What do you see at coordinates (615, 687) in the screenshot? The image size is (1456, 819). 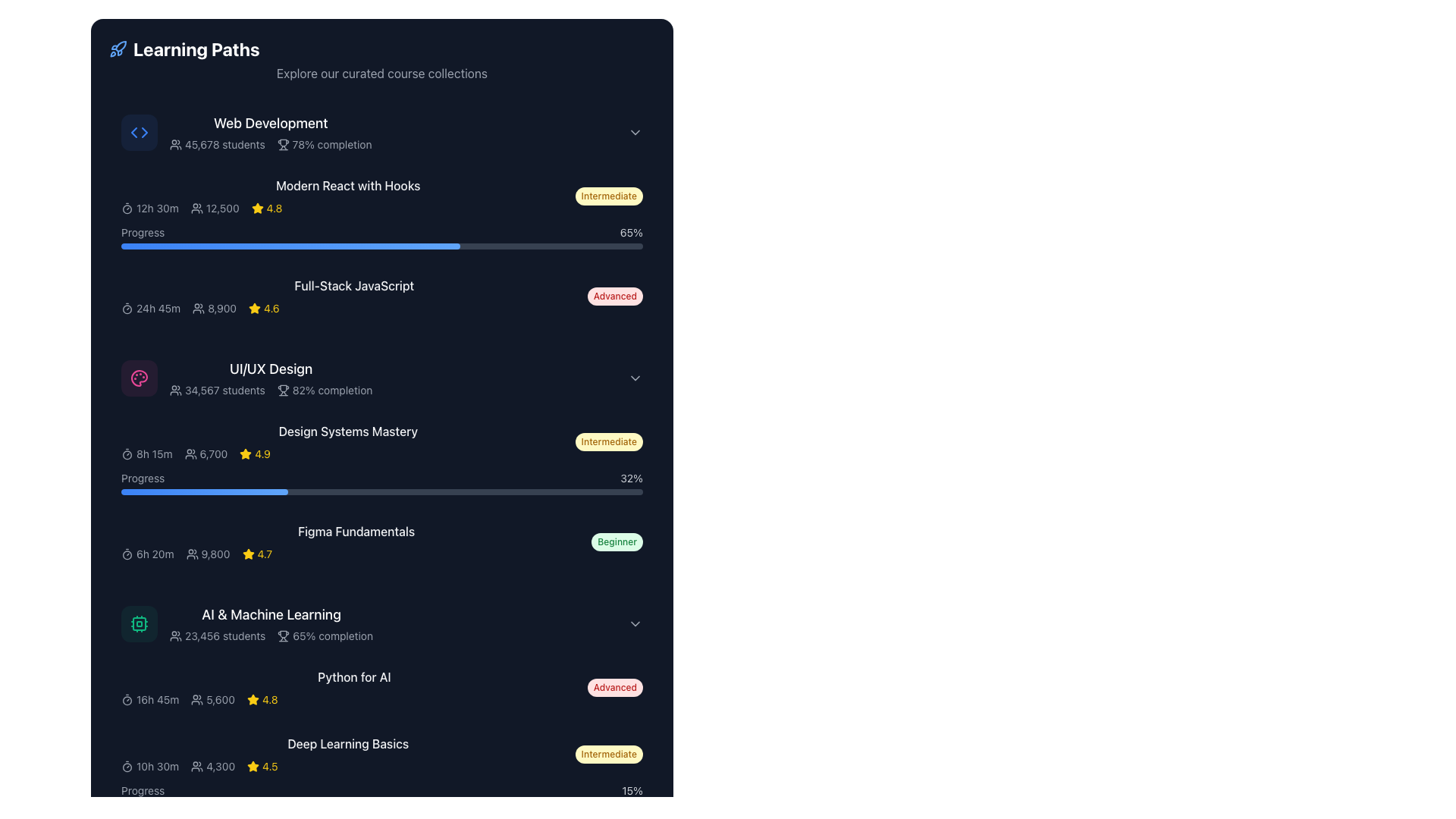 I see `the pill-shaped label with the text 'Advanced' in a small font, located at the far-right end of the 'Python for AI' course item row` at bounding box center [615, 687].